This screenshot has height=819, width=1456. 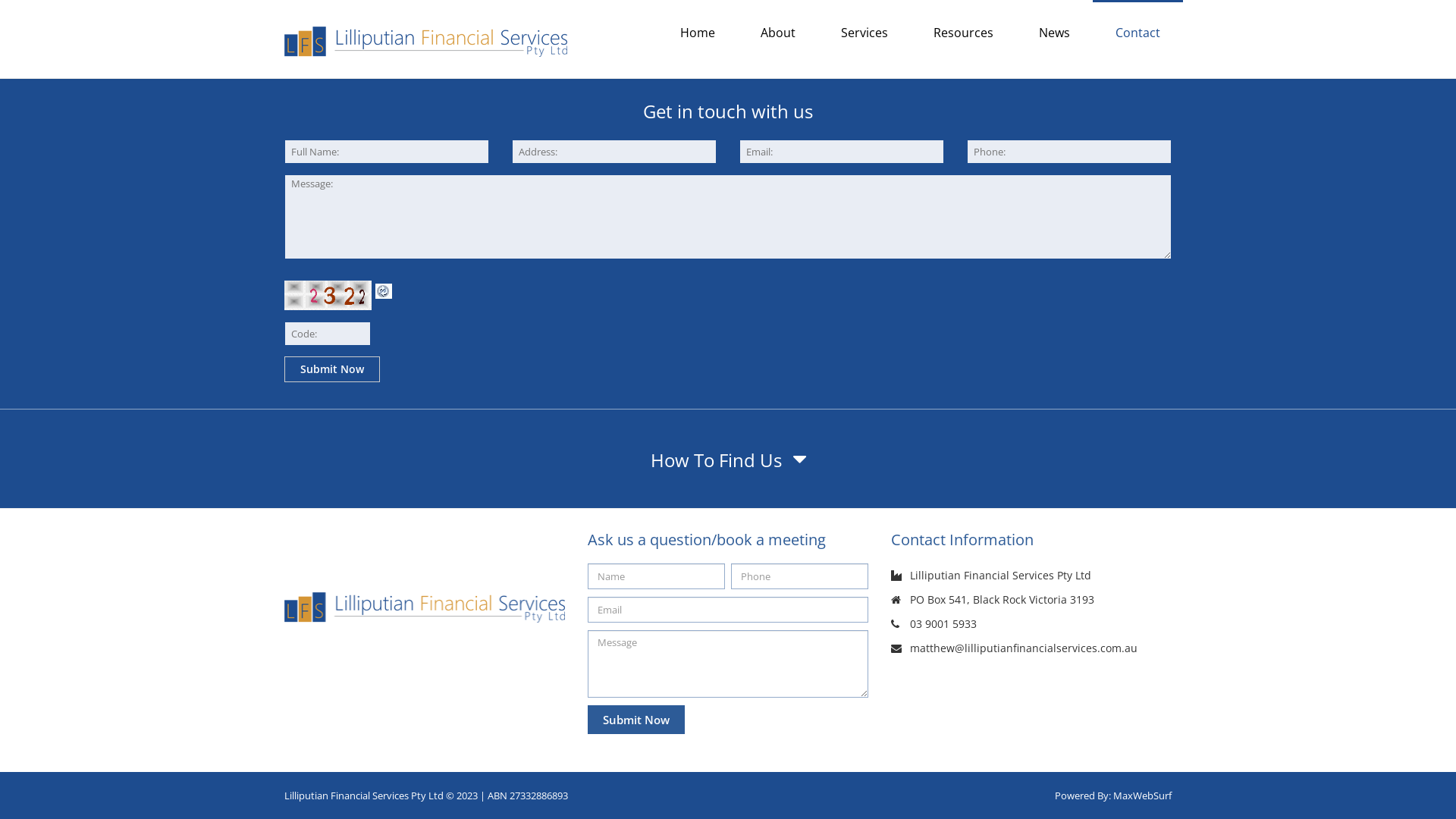 I want to click on 'Submit Now', so click(x=331, y=369).